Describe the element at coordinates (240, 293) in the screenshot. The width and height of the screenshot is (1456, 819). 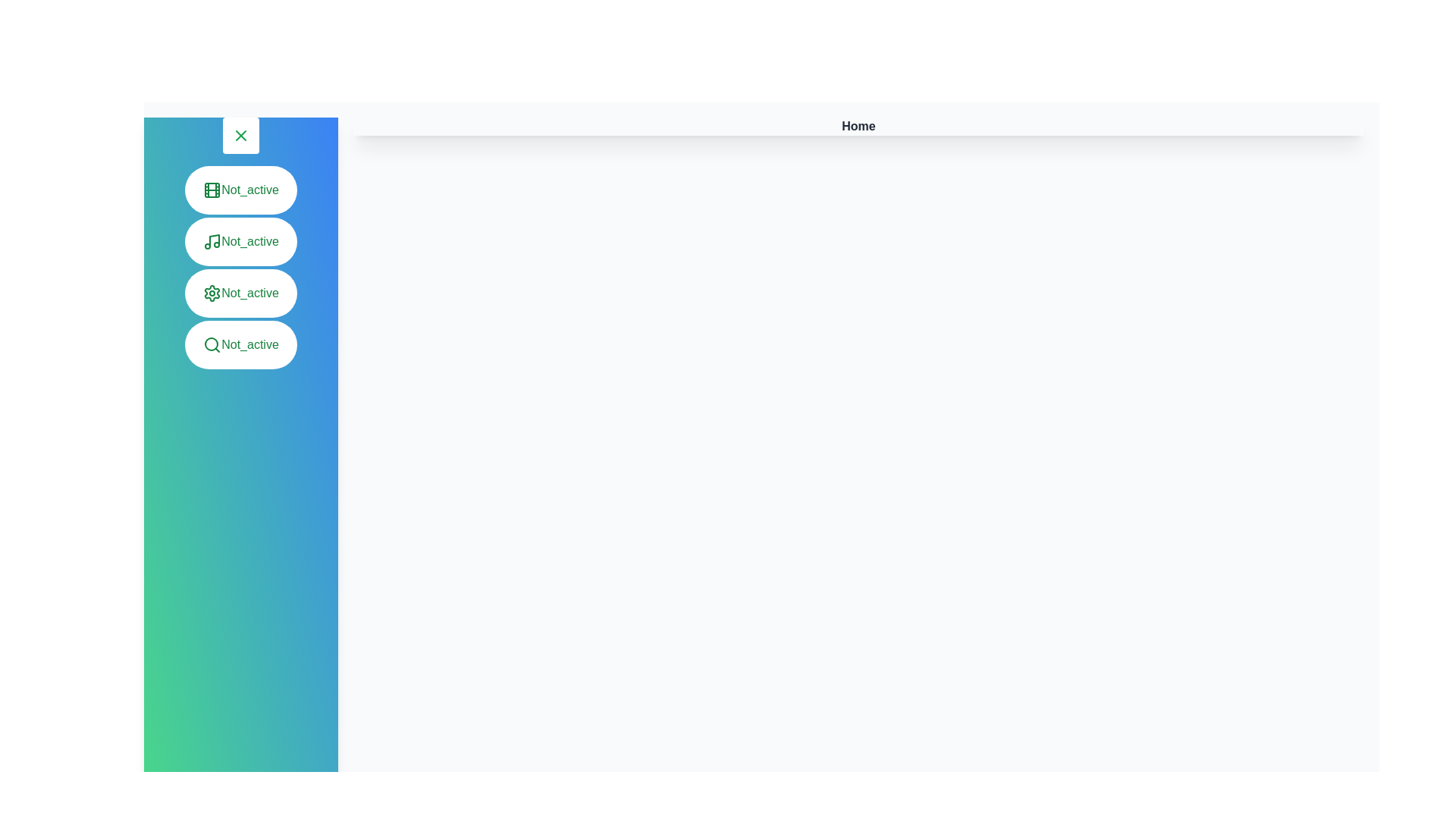
I see `the menu item Settings to observe its hover effect` at that location.